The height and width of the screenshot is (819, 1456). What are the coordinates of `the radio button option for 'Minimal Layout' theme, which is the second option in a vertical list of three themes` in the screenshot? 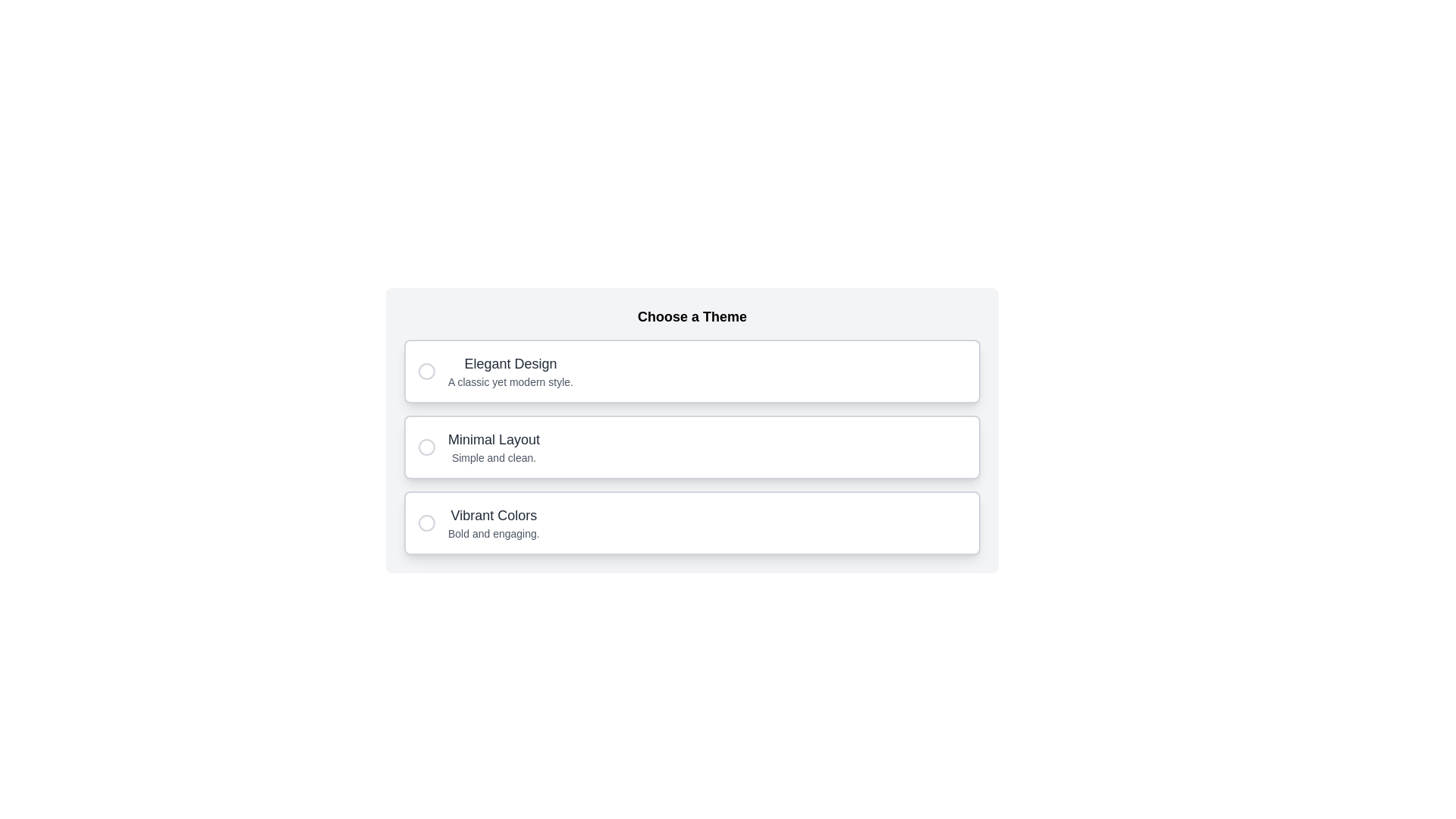 It's located at (691, 430).